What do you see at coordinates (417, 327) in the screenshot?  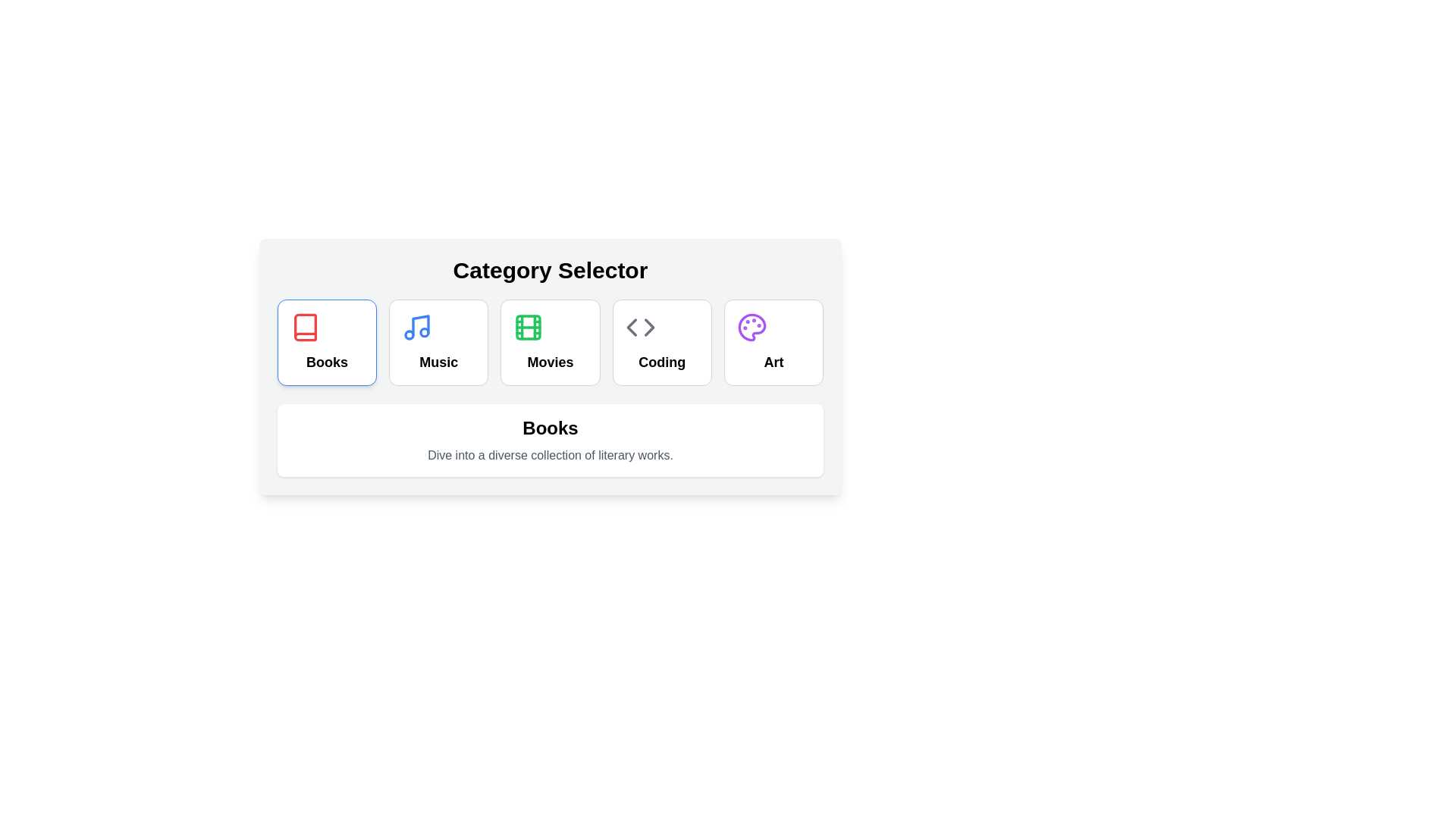 I see `the musical note icon, which is styled in blue with rounded stroke ends and is located inside the 'Music' card, the second card from the left under the 'Category Selector' heading` at bounding box center [417, 327].